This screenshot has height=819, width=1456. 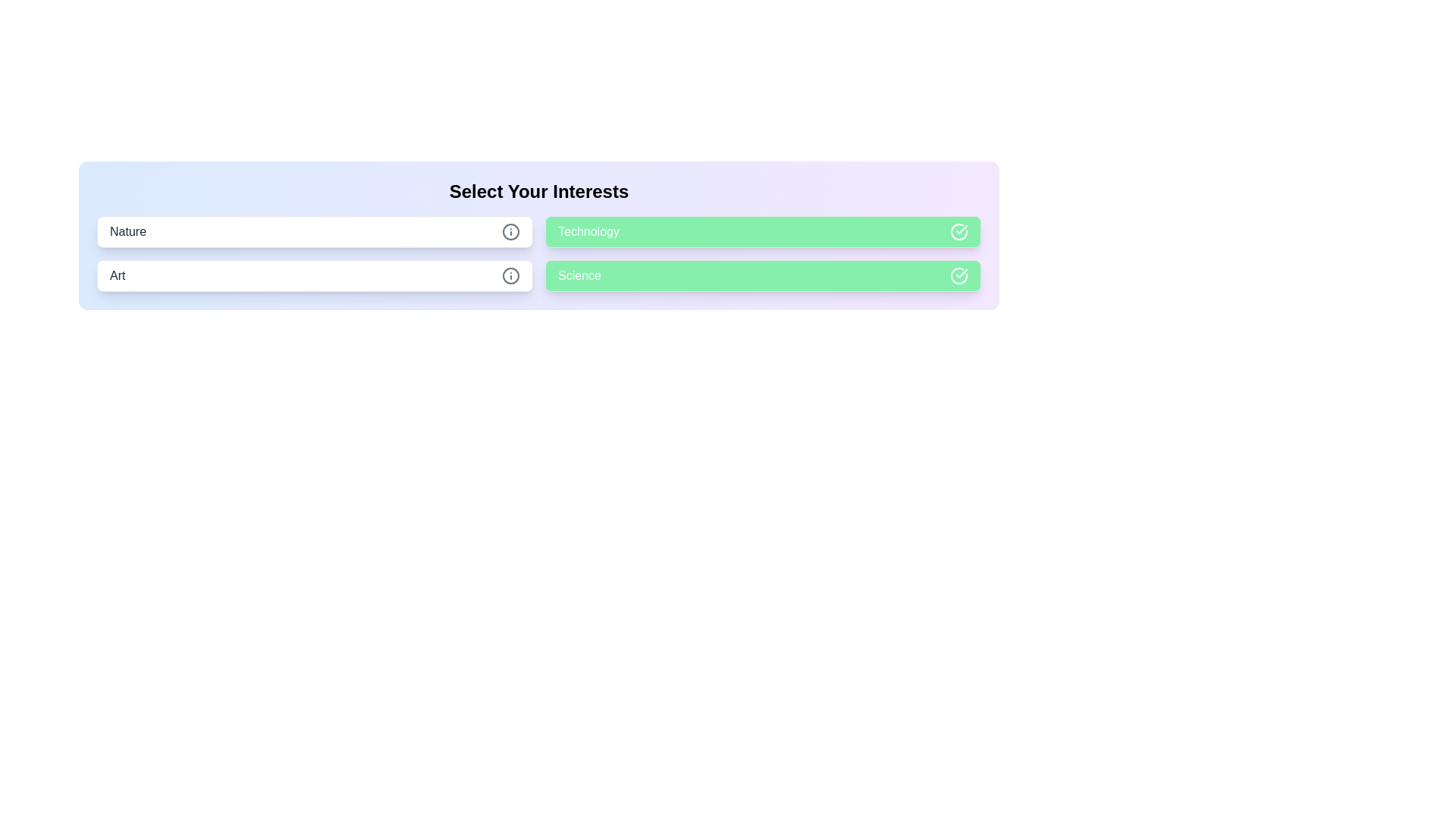 What do you see at coordinates (763, 231) in the screenshot?
I see `the chip labeled Technology` at bounding box center [763, 231].